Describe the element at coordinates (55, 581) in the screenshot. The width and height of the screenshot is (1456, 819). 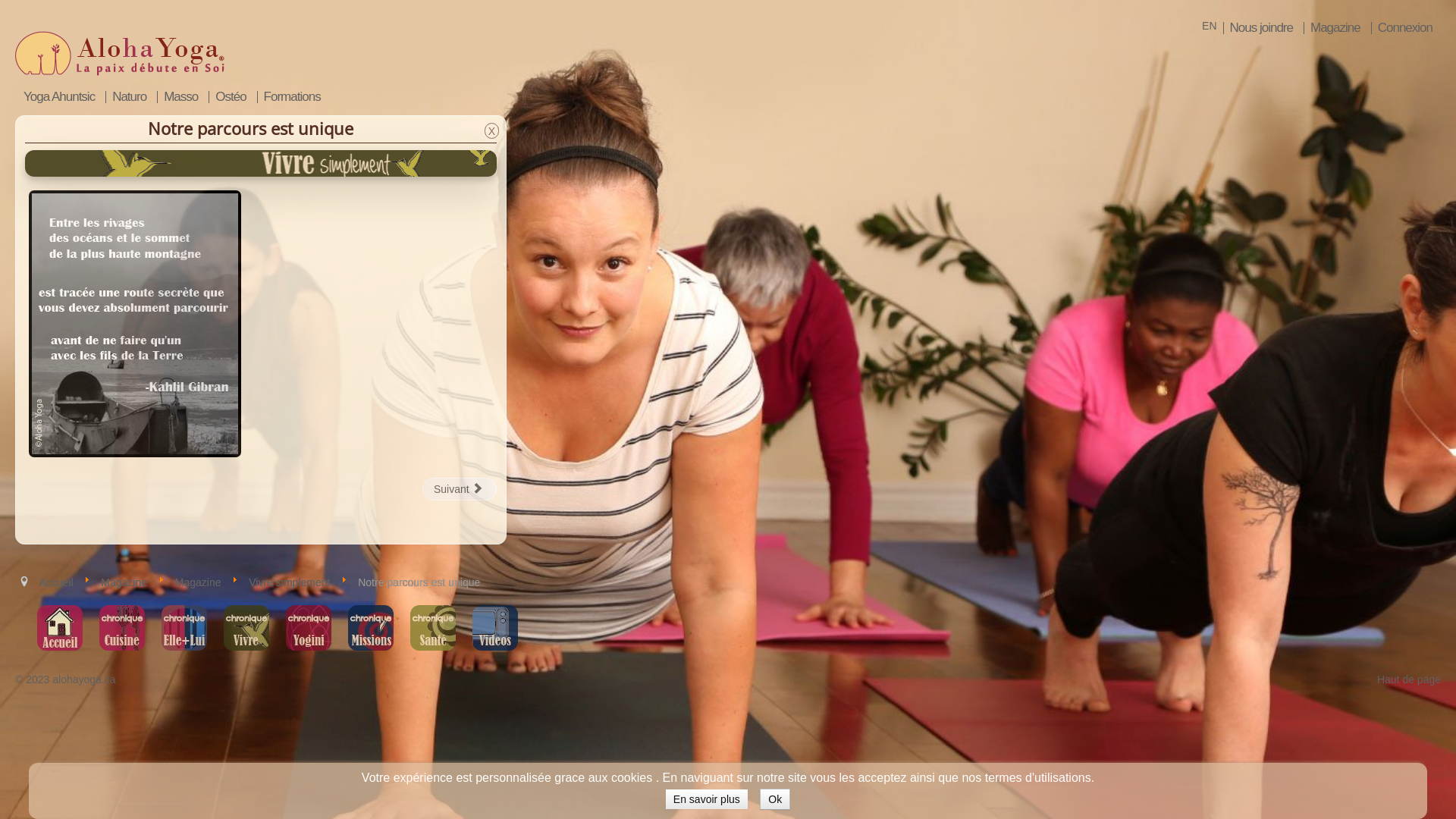
I see `'Accueil'` at that location.